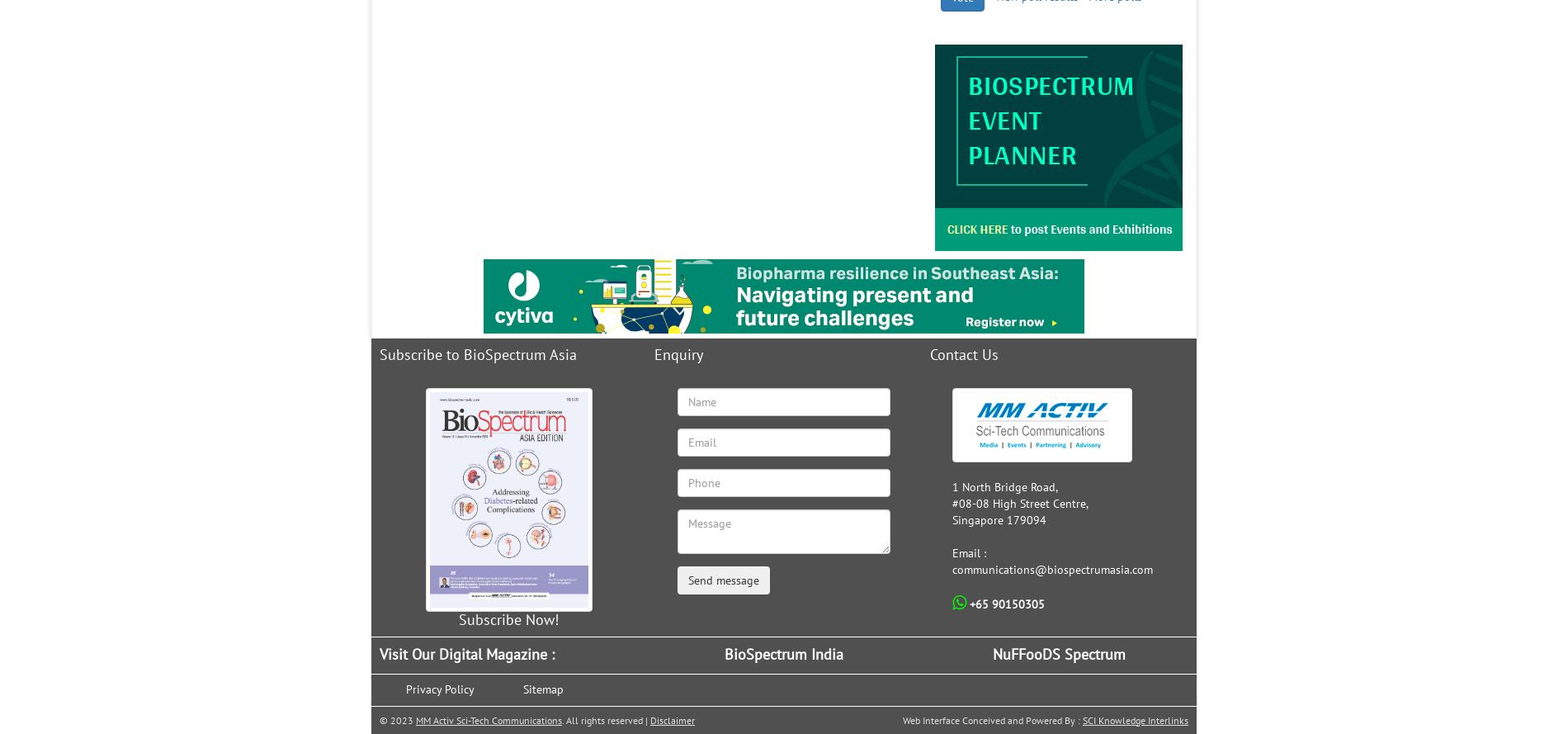  Describe the element at coordinates (1006, 604) in the screenshot. I see `'+65 90150305'` at that location.